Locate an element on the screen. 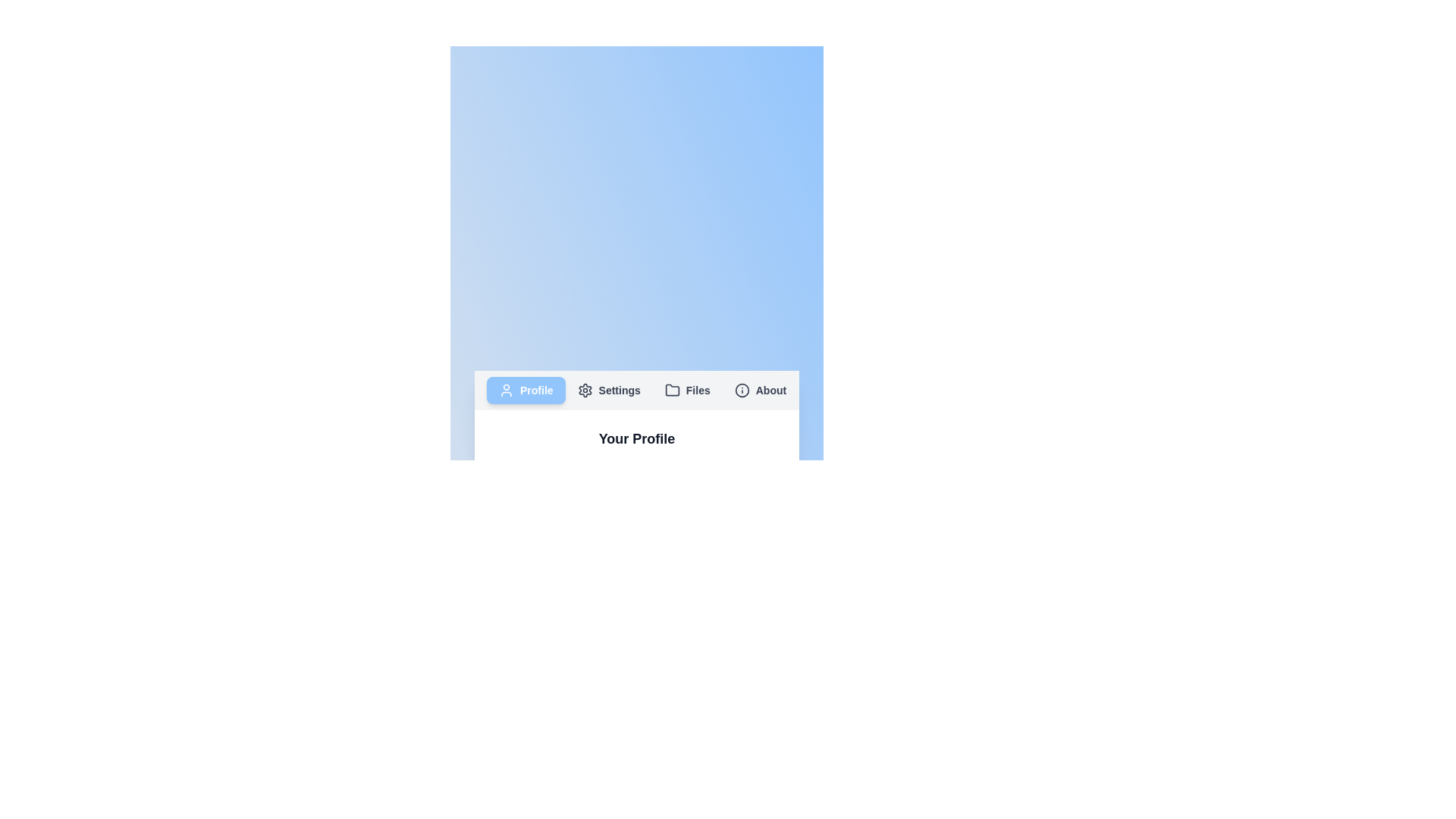 This screenshot has height=819, width=1456. the 'Profile' button is located at coordinates (506, 390).